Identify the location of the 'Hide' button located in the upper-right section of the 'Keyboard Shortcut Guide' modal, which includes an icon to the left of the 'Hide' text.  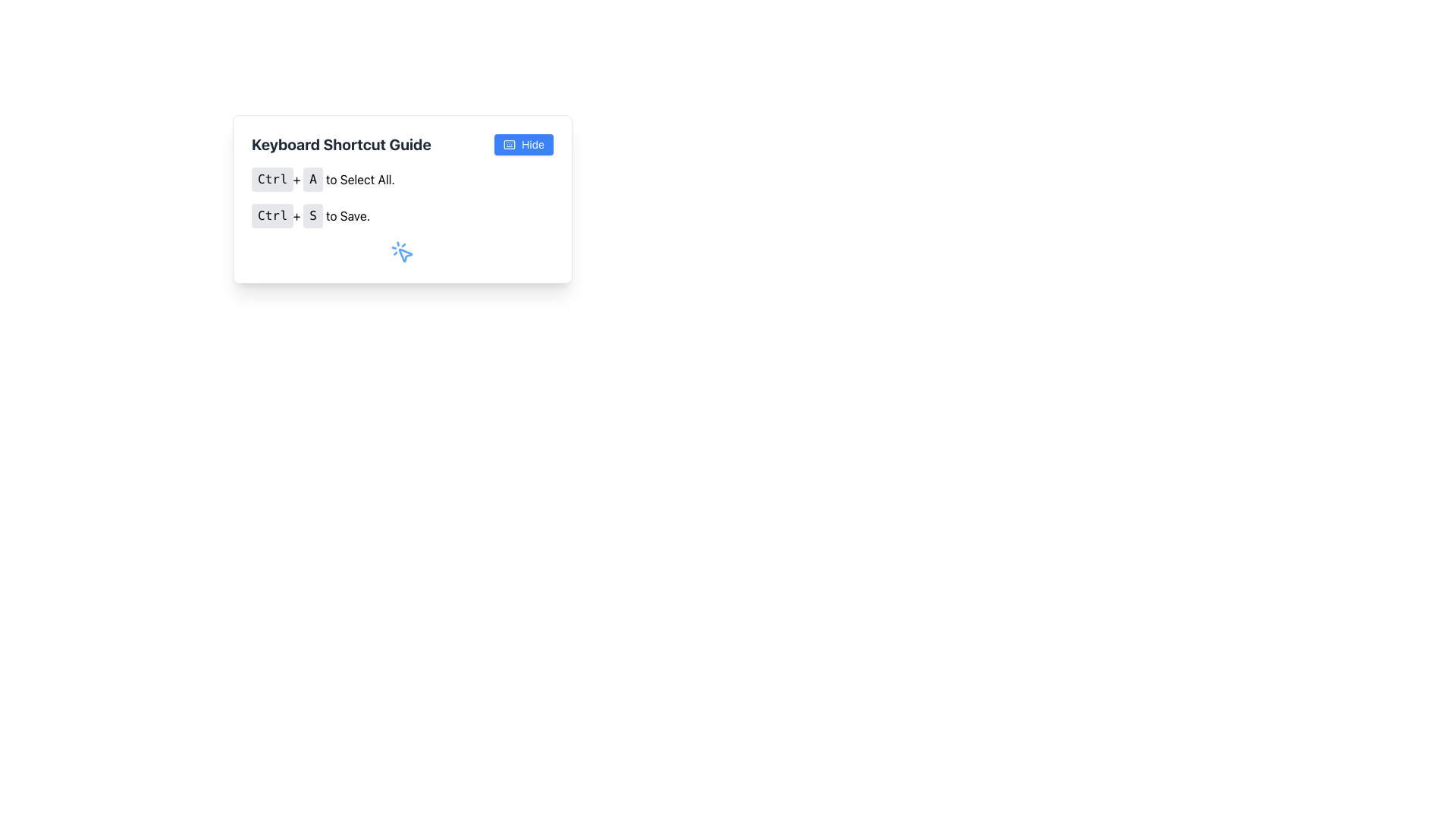
(510, 145).